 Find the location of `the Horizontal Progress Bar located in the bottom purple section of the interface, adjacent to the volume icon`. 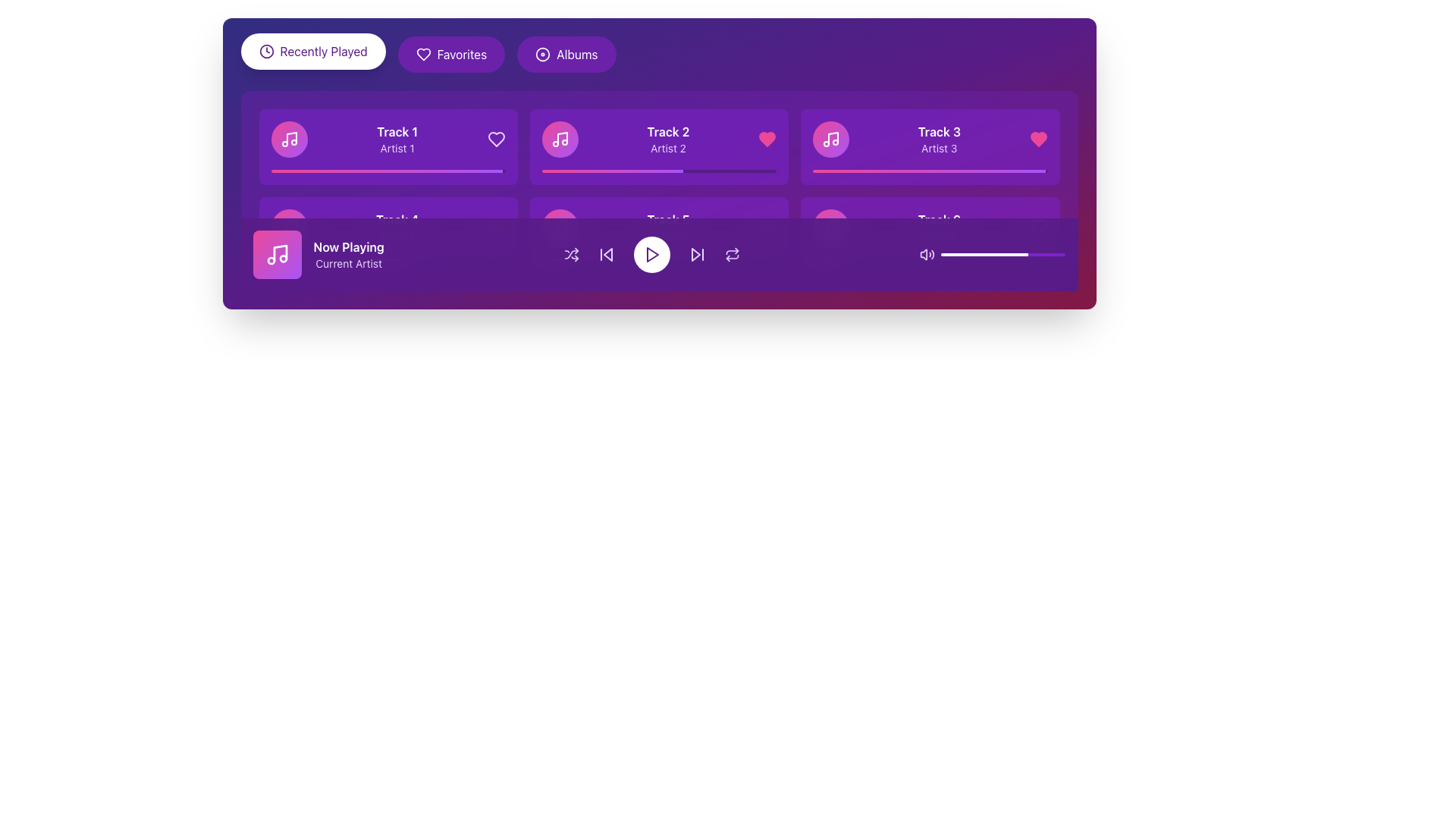

the Horizontal Progress Bar located in the bottom purple section of the interface, adjacent to the volume icon is located at coordinates (1003, 253).